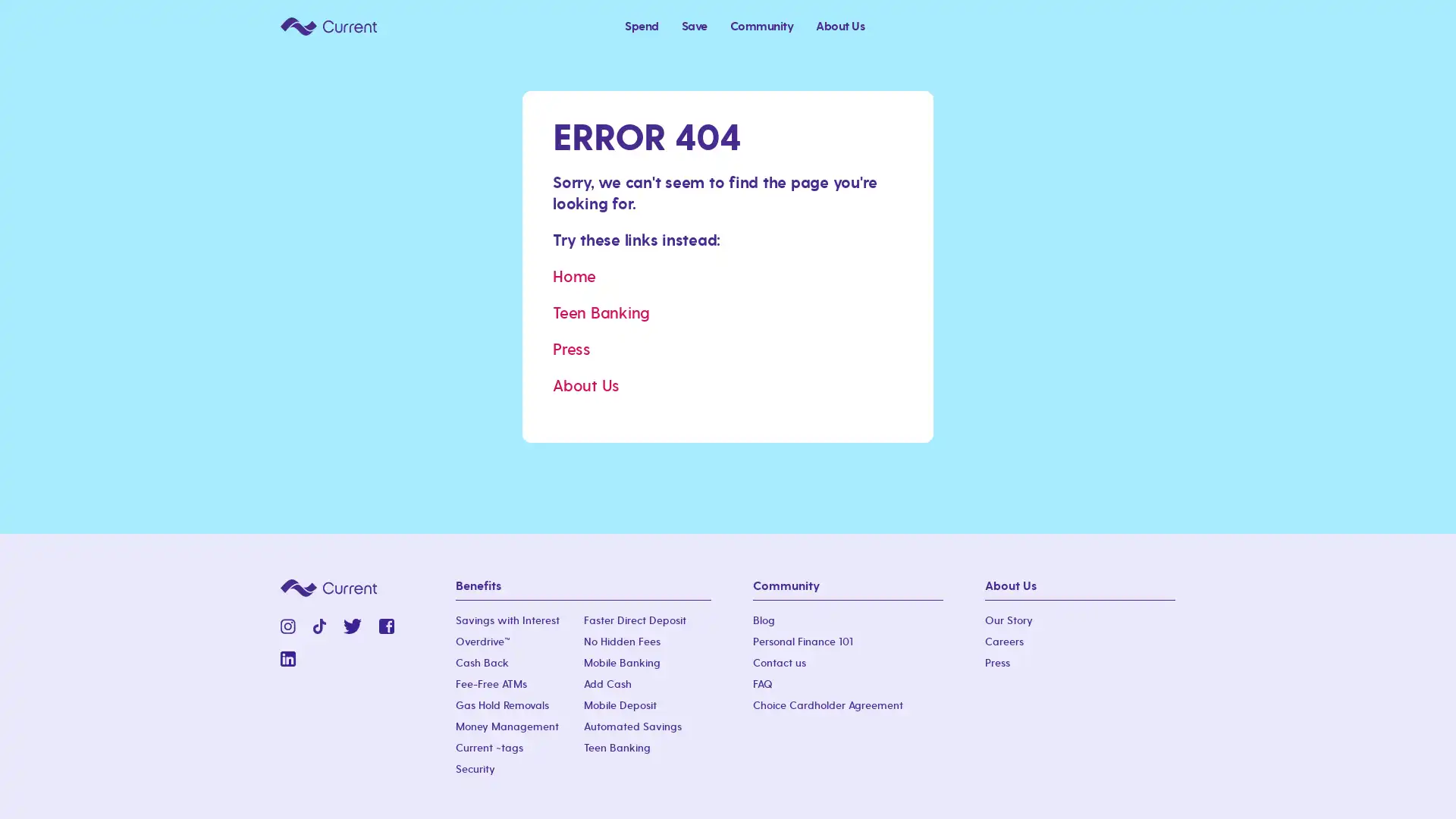 This screenshot has height=819, width=1456. Describe the element at coordinates (489, 748) in the screenshot. I see `Current ~tags` at that location.